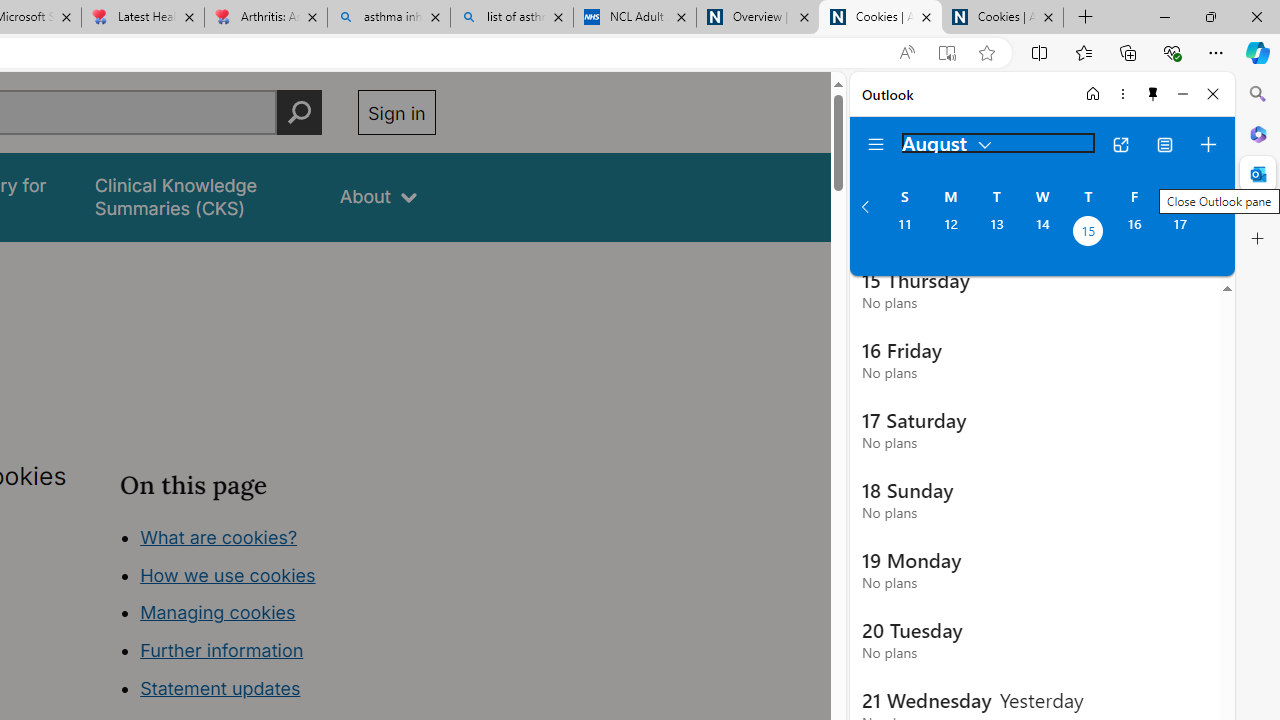 The width and height of the screenshot is (1280, 720). I want to click on 'list of asthma inhalers uk - Search', so click(512, 17).